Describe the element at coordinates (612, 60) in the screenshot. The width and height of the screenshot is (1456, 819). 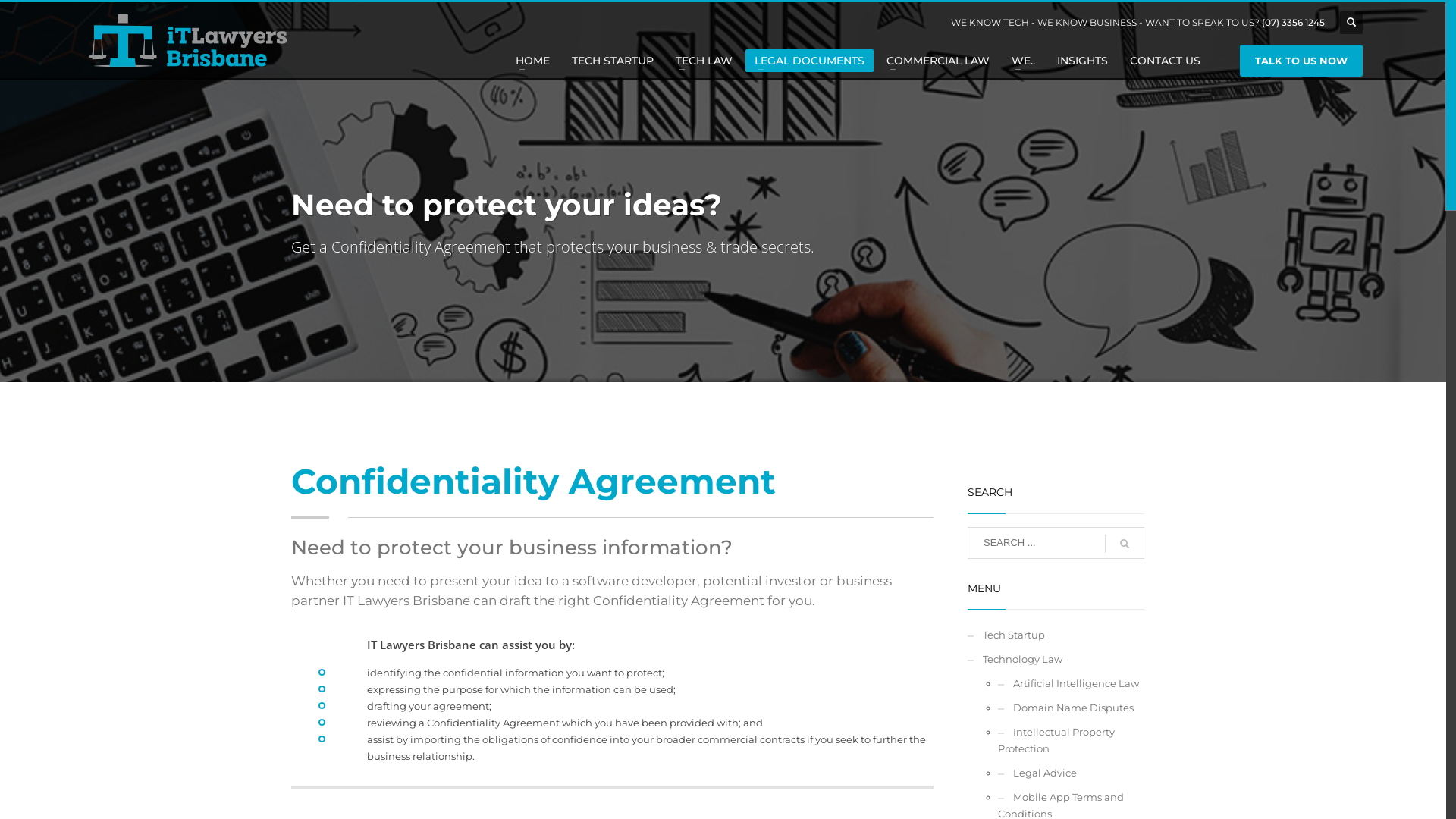
I see `'TECH STARTUP'` at that location.